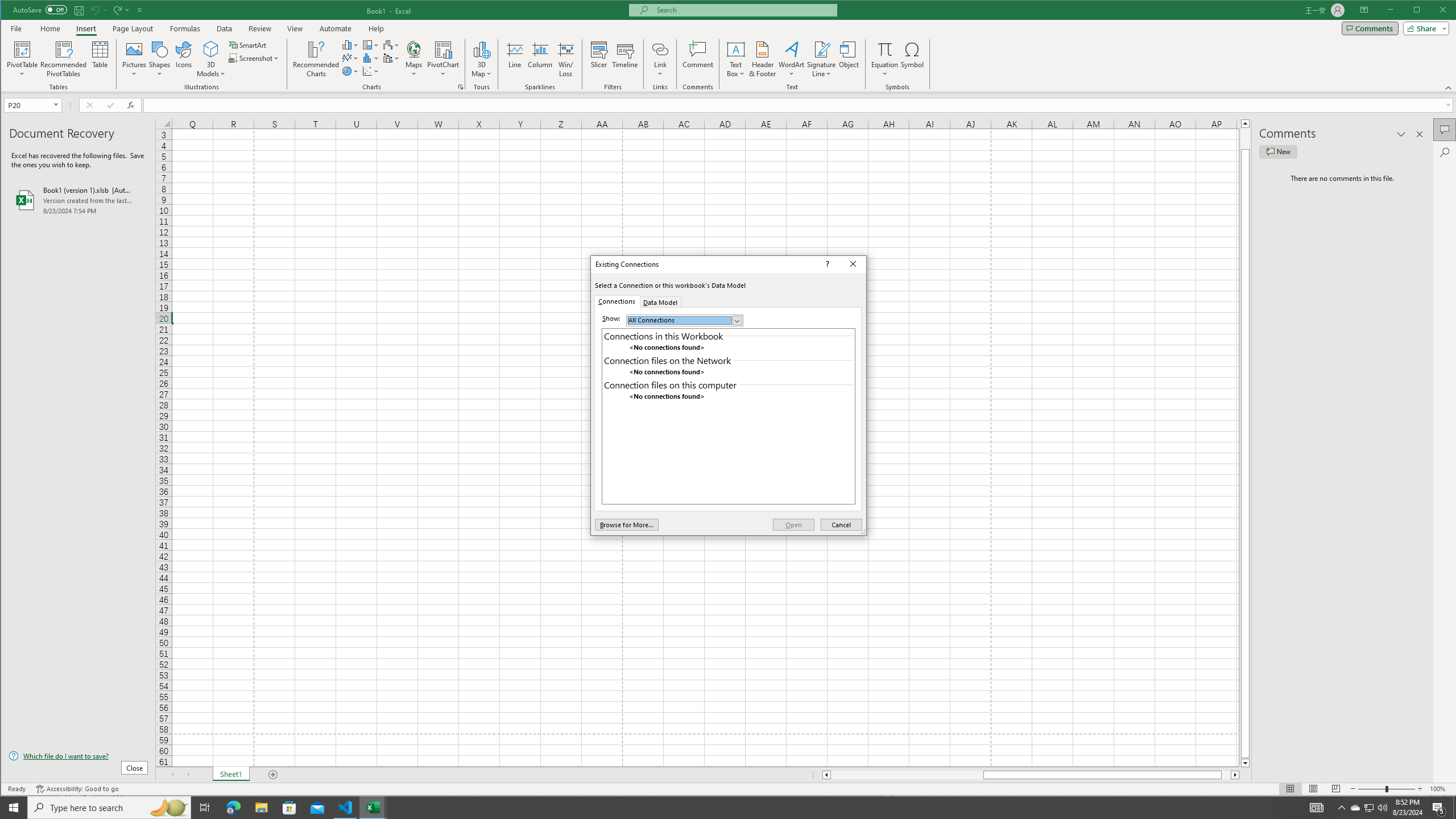 The image size is (1456, 819). What do you see at coordinates (825, 775) in the screenshot?
I see `'Column left'` at bounding box center [825, 775].